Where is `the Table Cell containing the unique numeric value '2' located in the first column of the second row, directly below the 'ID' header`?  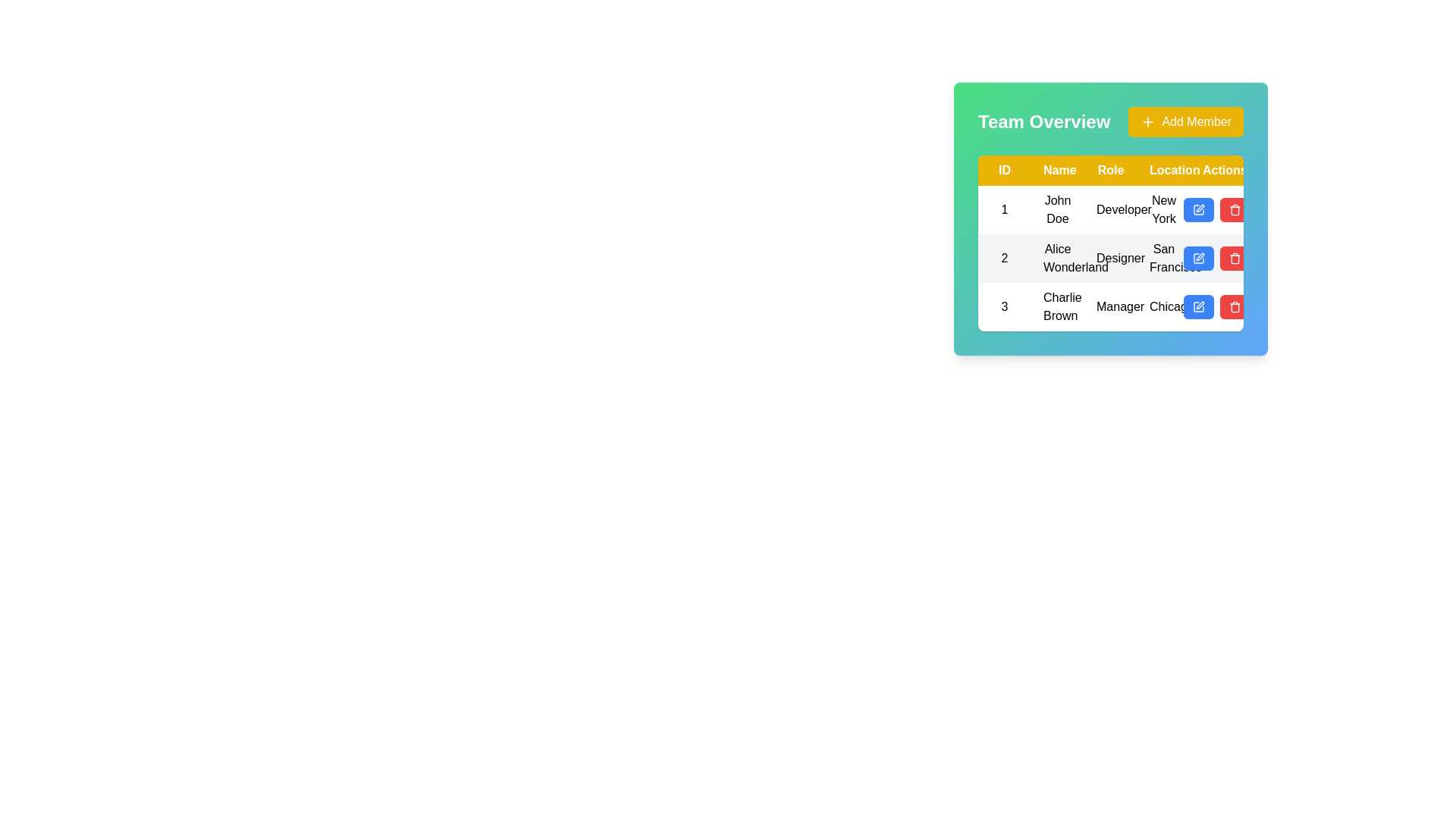 the Table Cell containing the unique numeric value '2' located in the first column of the second row, directly below the 'ID' header is located at coordinates (1004, 257).